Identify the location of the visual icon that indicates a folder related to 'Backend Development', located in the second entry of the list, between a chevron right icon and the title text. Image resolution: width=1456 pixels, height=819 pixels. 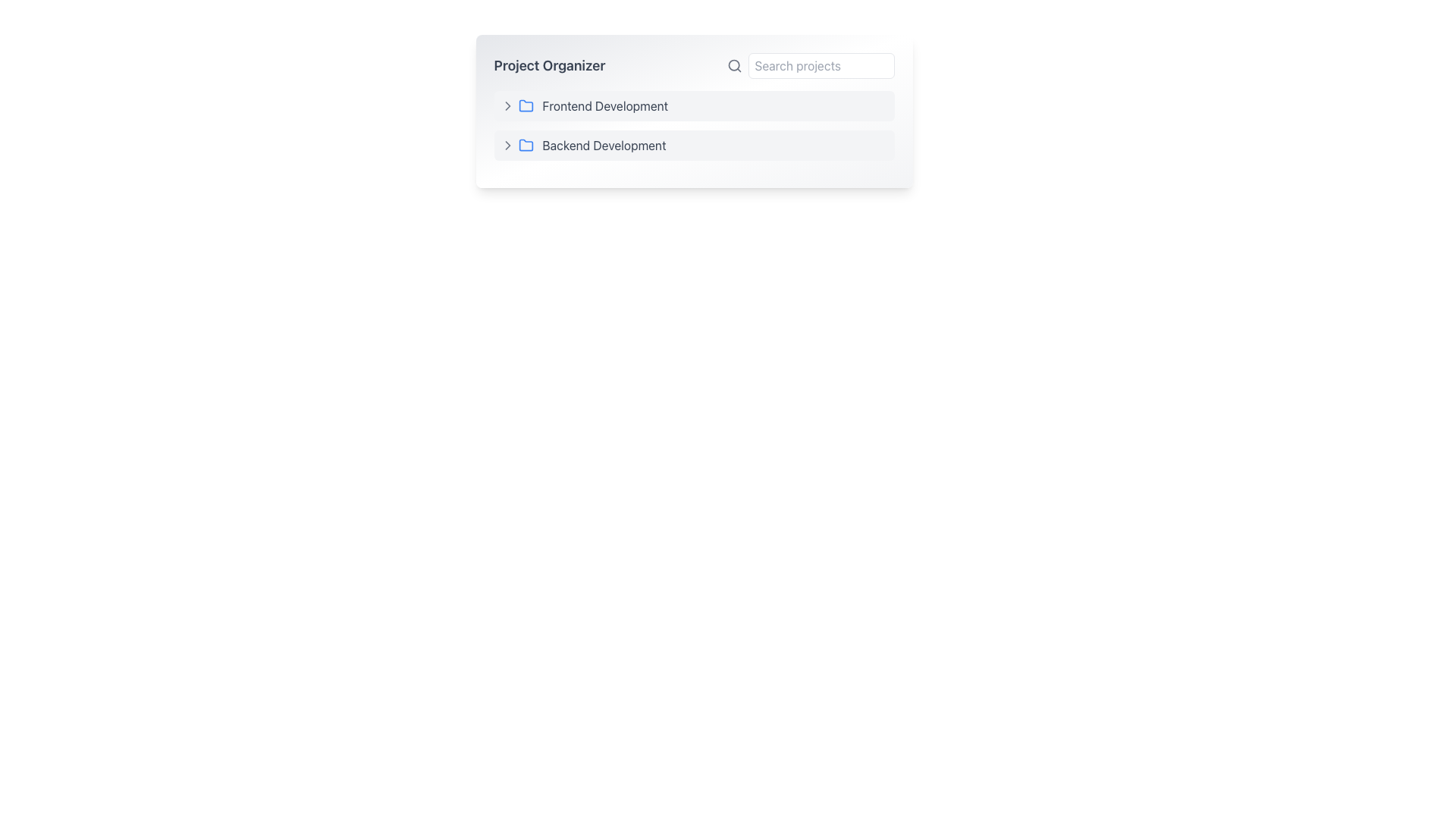
(526, 146).